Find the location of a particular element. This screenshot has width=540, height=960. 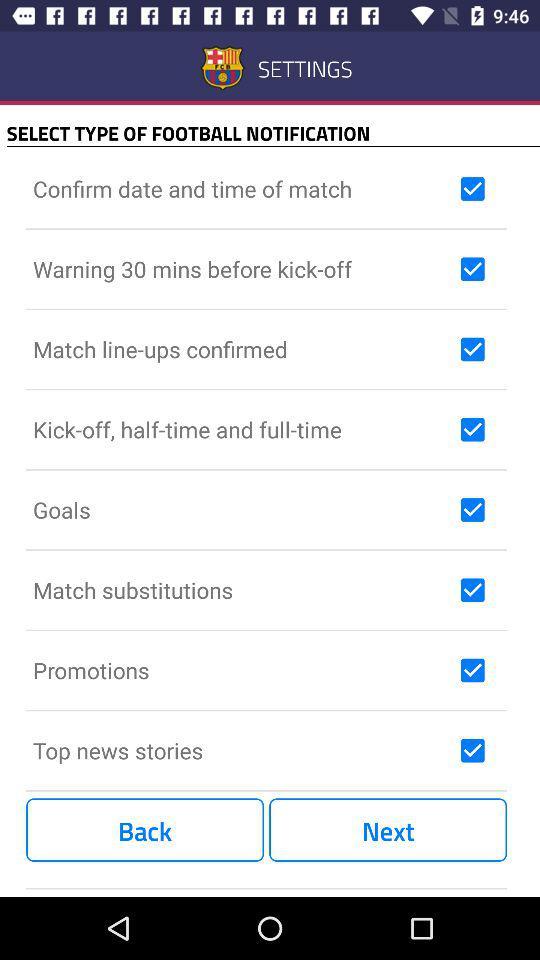

top news stories check box is located at coordinates (472, 749).